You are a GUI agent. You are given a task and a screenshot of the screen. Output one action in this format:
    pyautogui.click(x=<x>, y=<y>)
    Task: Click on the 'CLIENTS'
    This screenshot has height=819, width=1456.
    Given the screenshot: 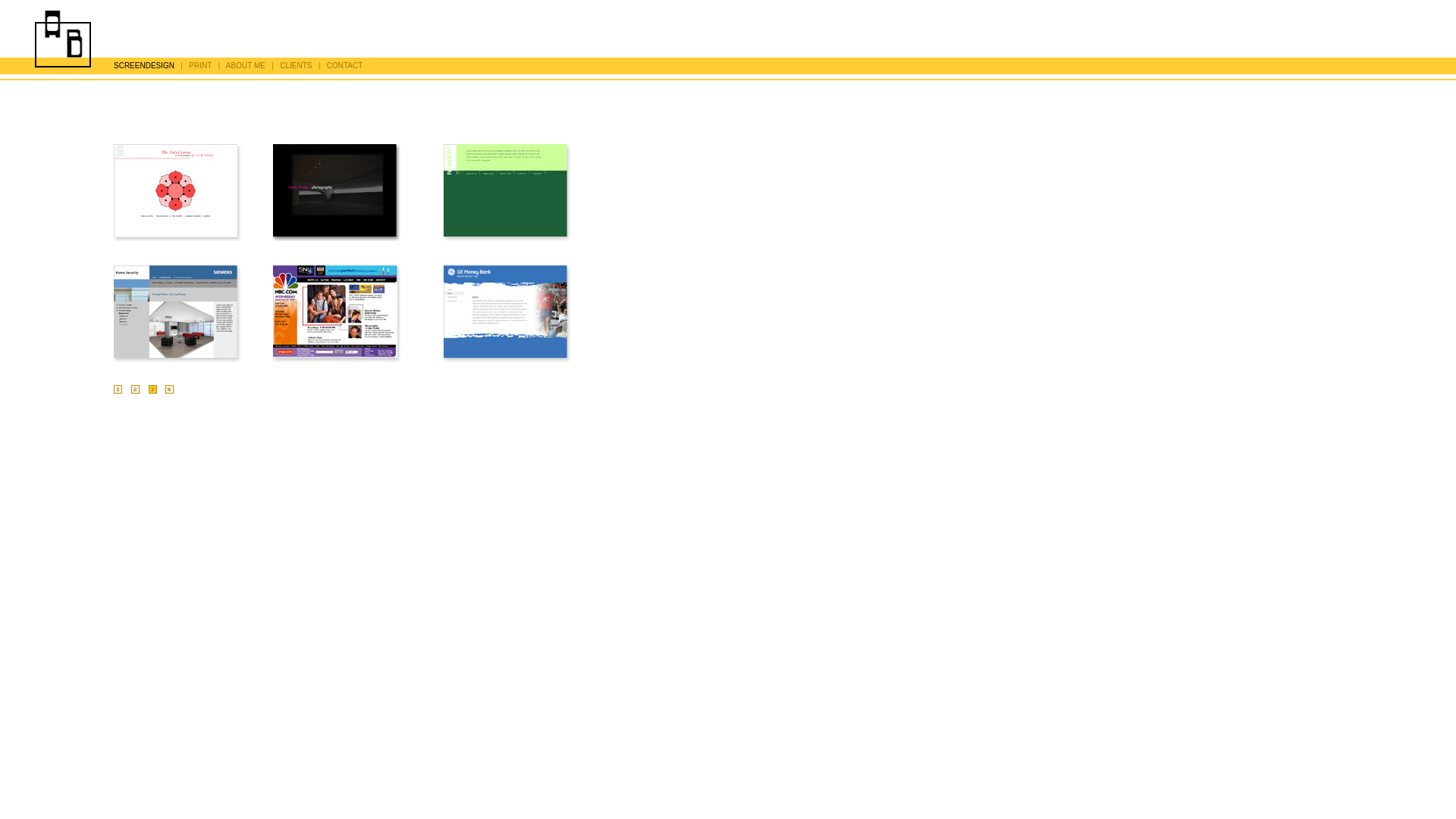 What is the action you would take?
    pyautogui.click(x=295, y=64)
    